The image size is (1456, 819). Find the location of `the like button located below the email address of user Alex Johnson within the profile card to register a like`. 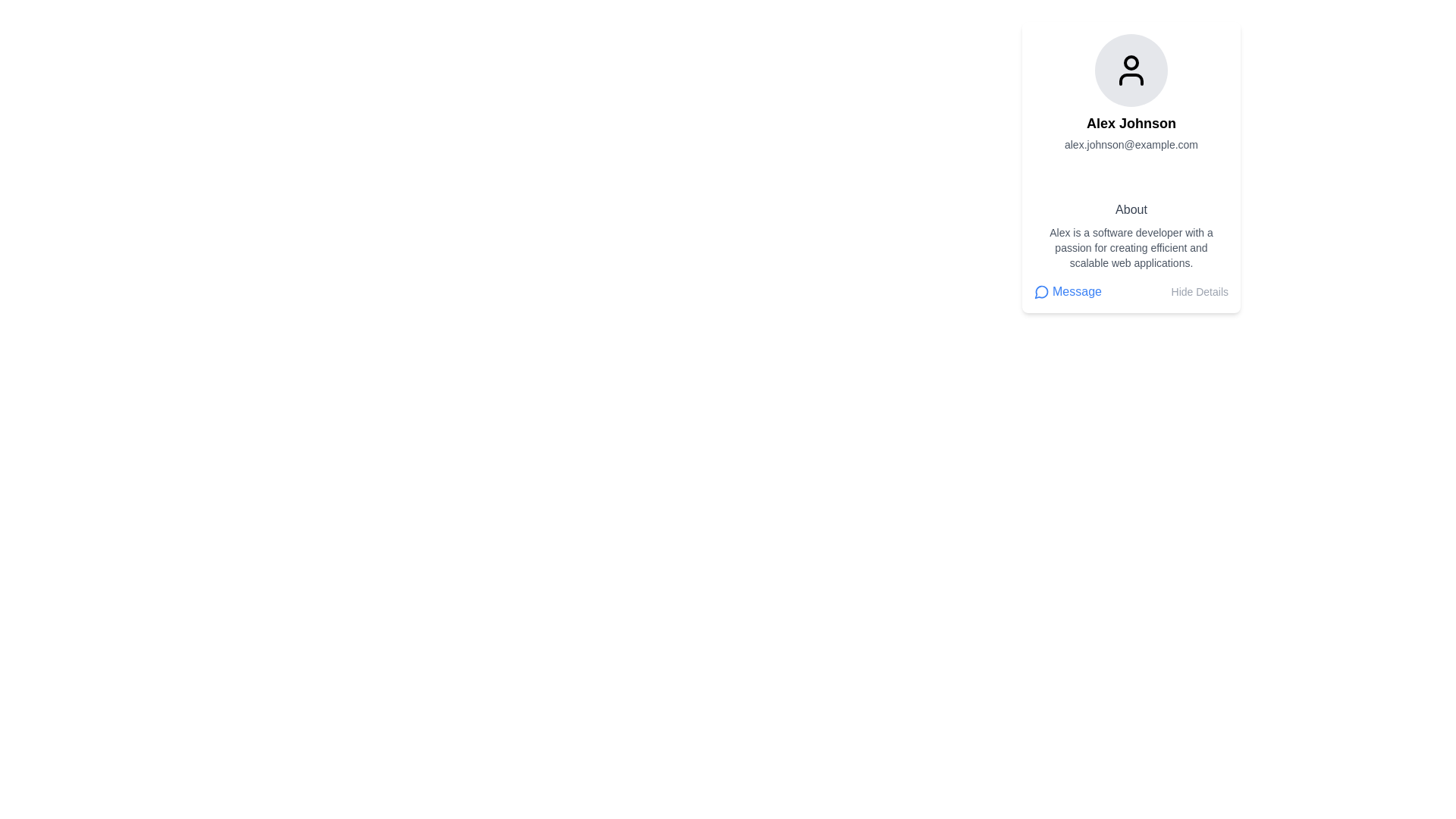

the like button located below the email address of user Alex Johnson within the profile card to register a like is located at coordinates (1131, 172).